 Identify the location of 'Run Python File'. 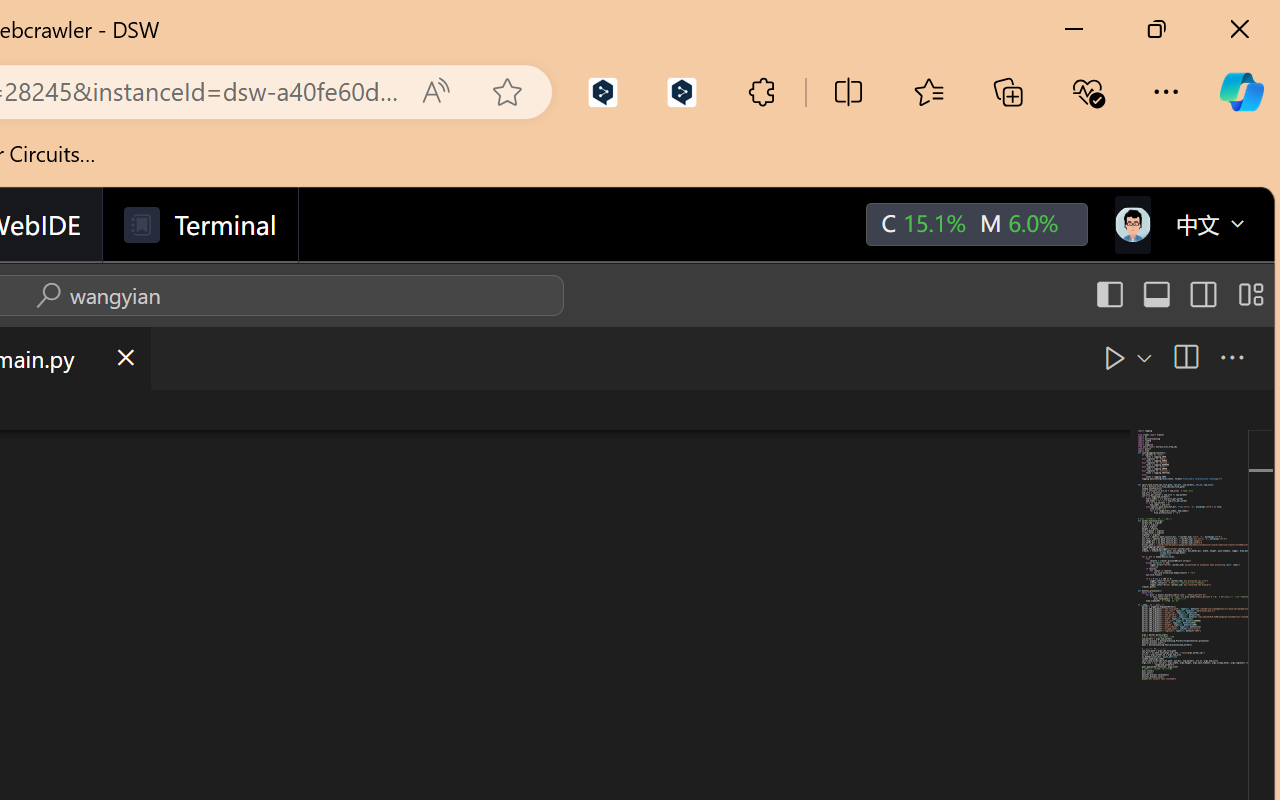
(1113, 357).